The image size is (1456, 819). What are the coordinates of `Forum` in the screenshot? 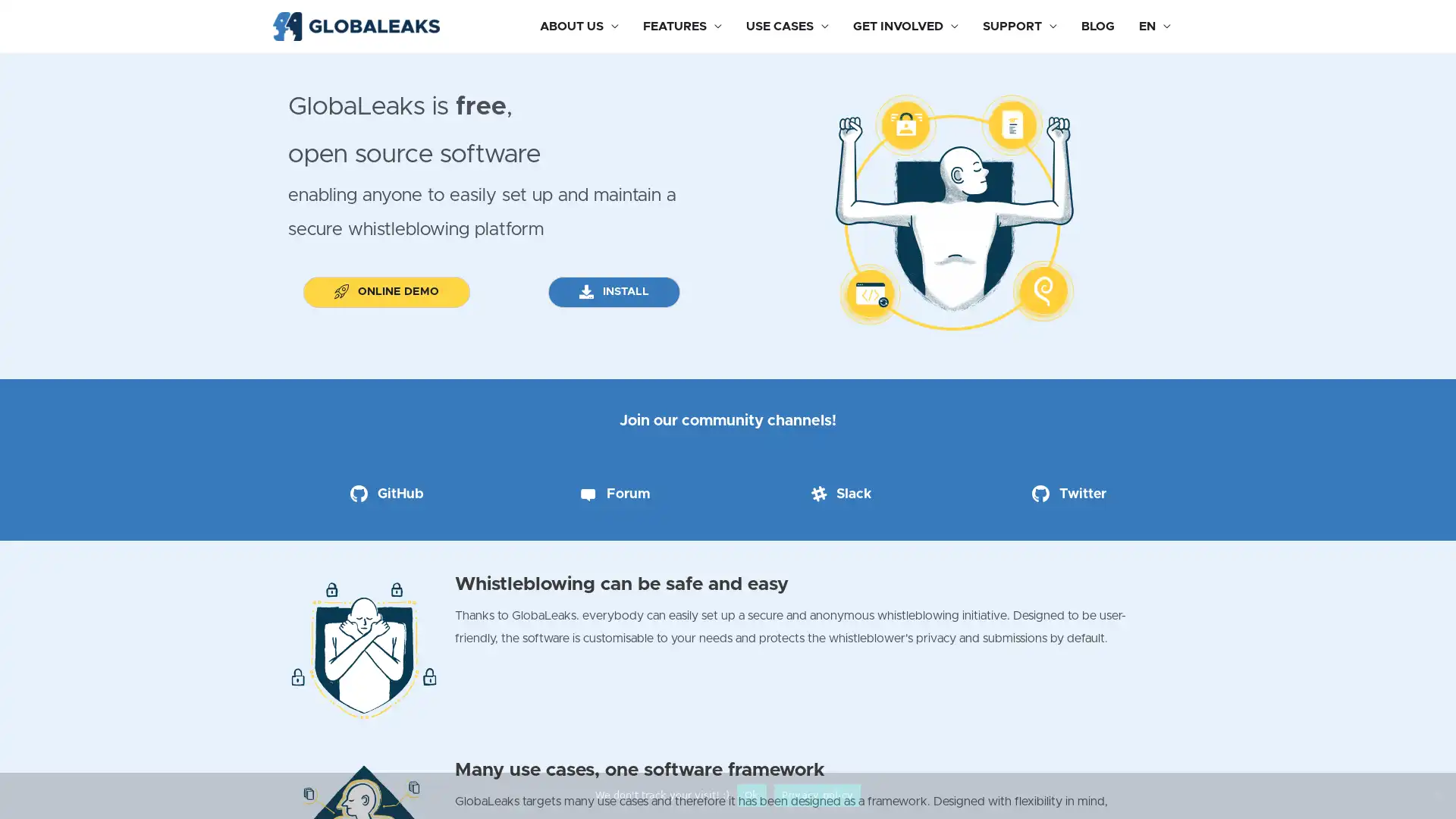 It's located at (613, 494).